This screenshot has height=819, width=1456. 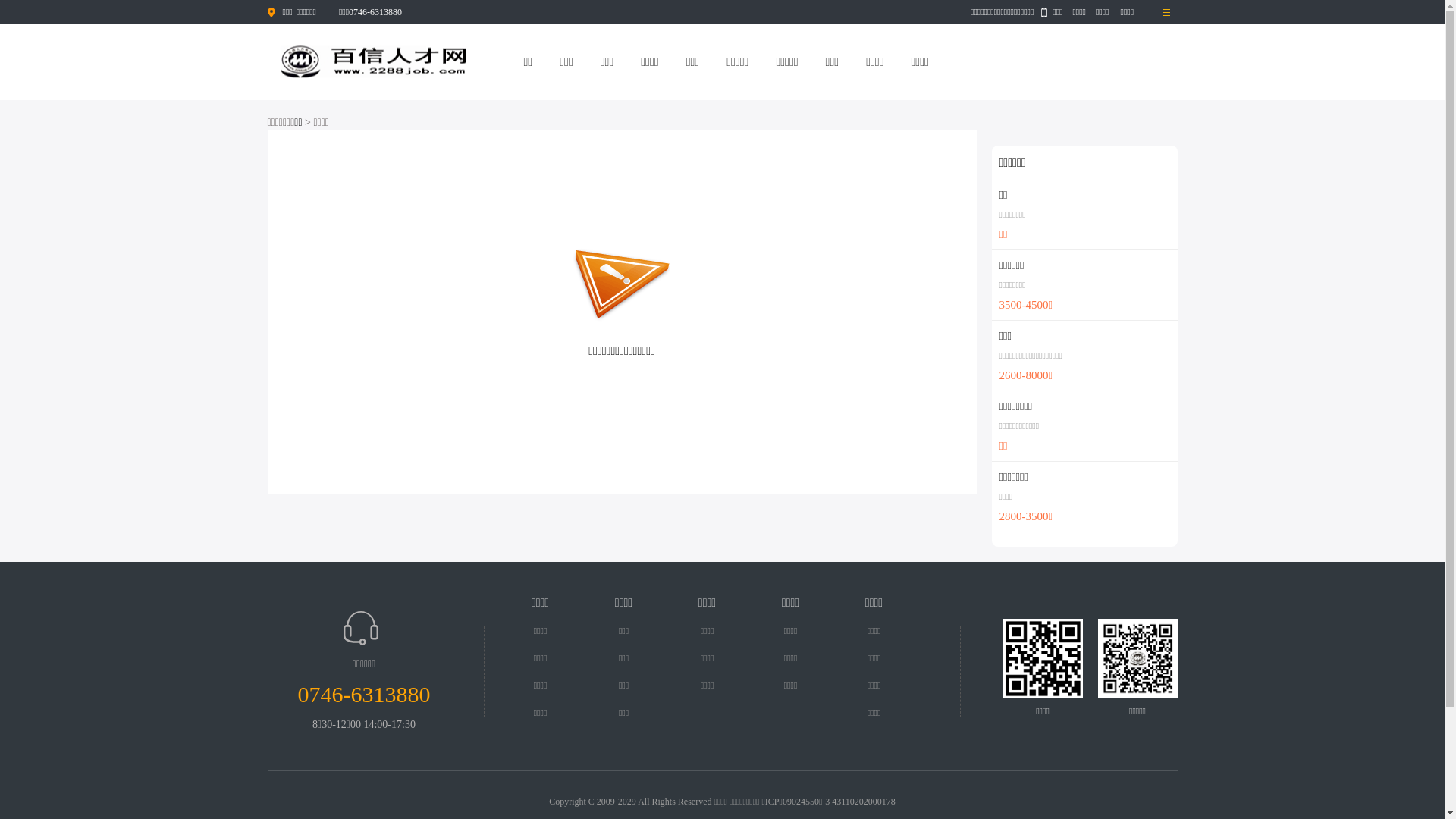 What do you see at coordinates (863, 800) in the screenshot?
I see `'43110202000178'` at bounding box center [863, 800].